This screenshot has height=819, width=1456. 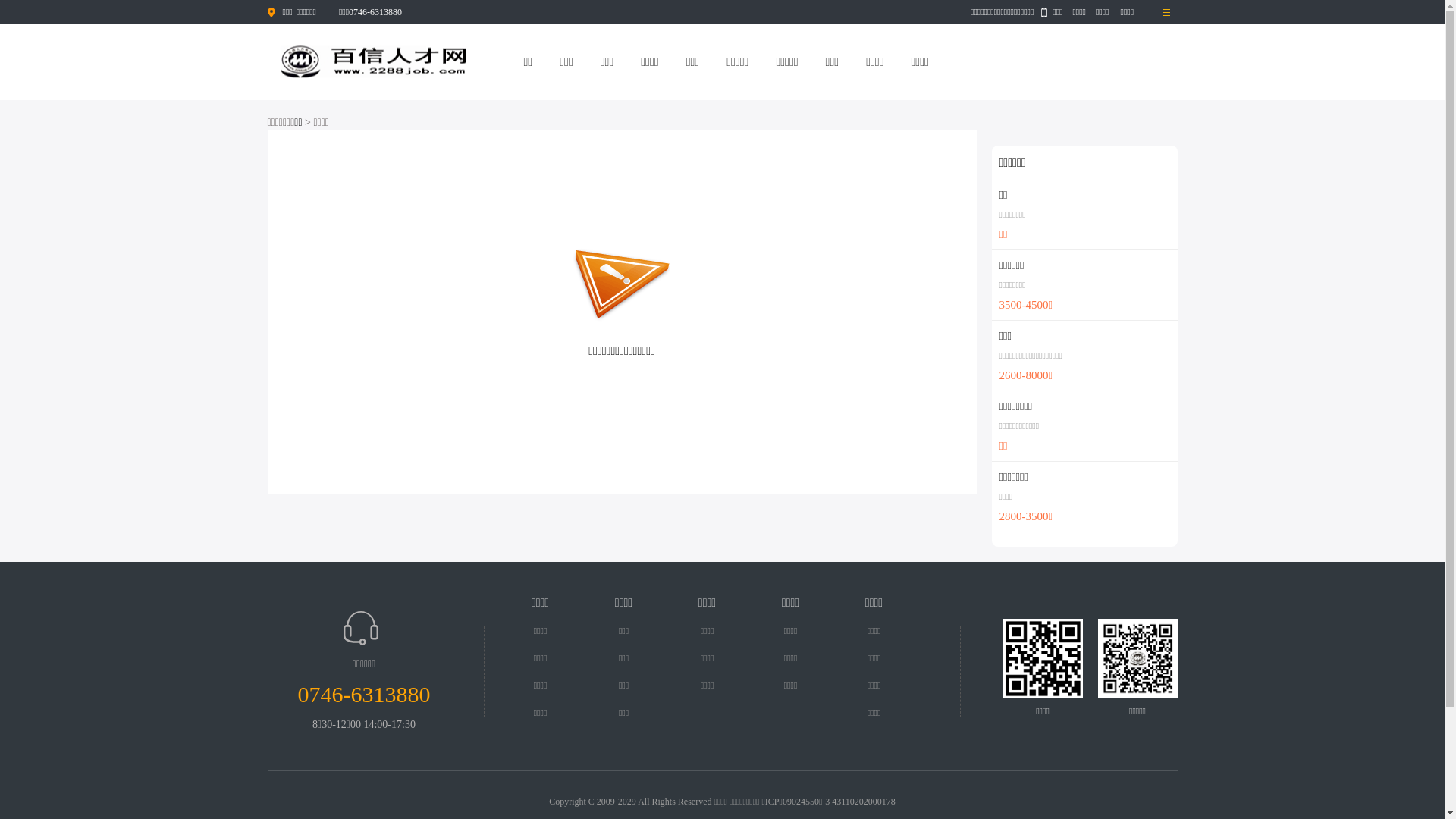 What do you see at coordinates (863, 800) in the screenshot?
I see `'43110202000178'` at bounding box center [863, 800].